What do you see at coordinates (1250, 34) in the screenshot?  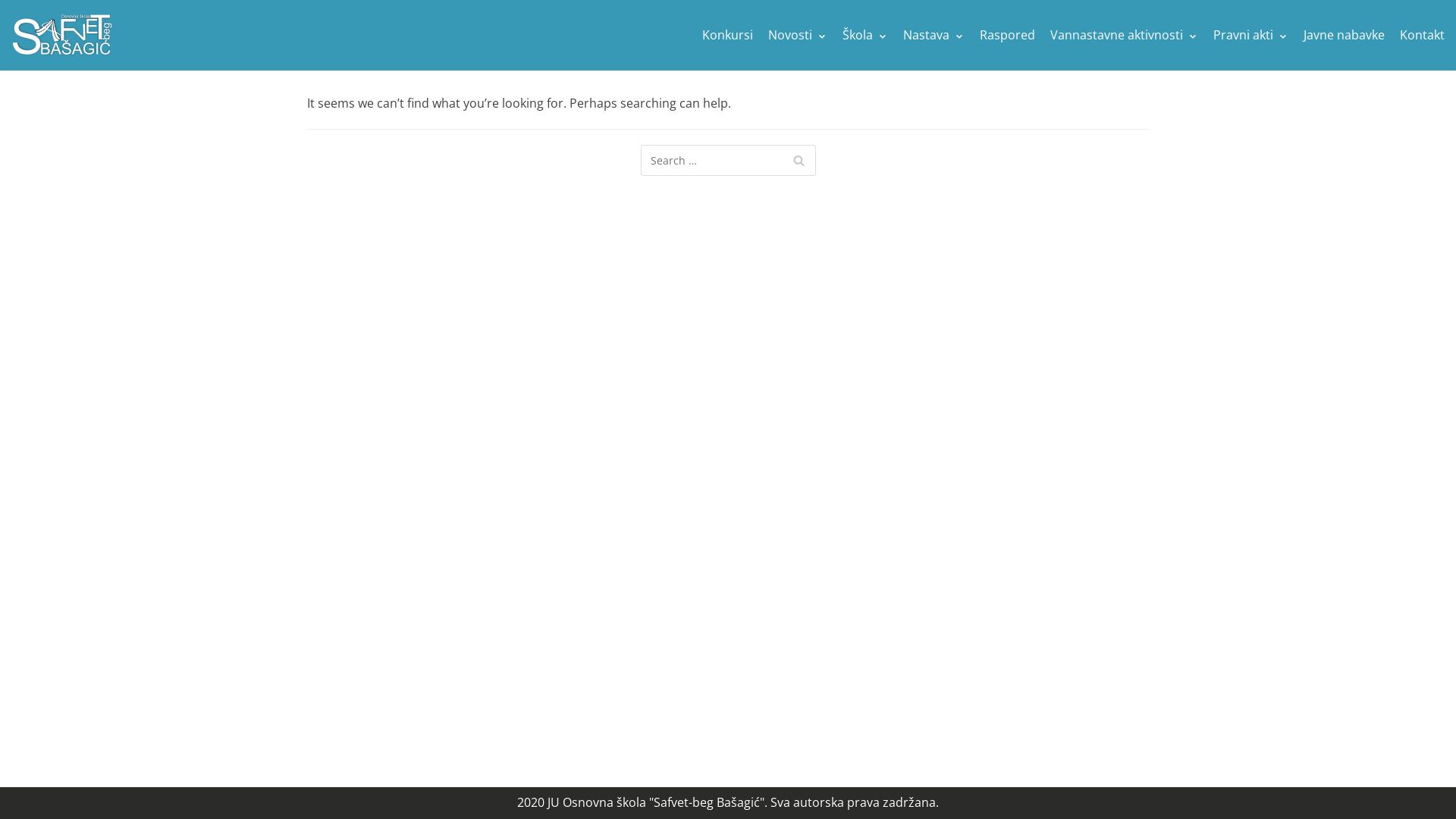 I see `'Pravni akti'` at bounding box center [1250, 34].